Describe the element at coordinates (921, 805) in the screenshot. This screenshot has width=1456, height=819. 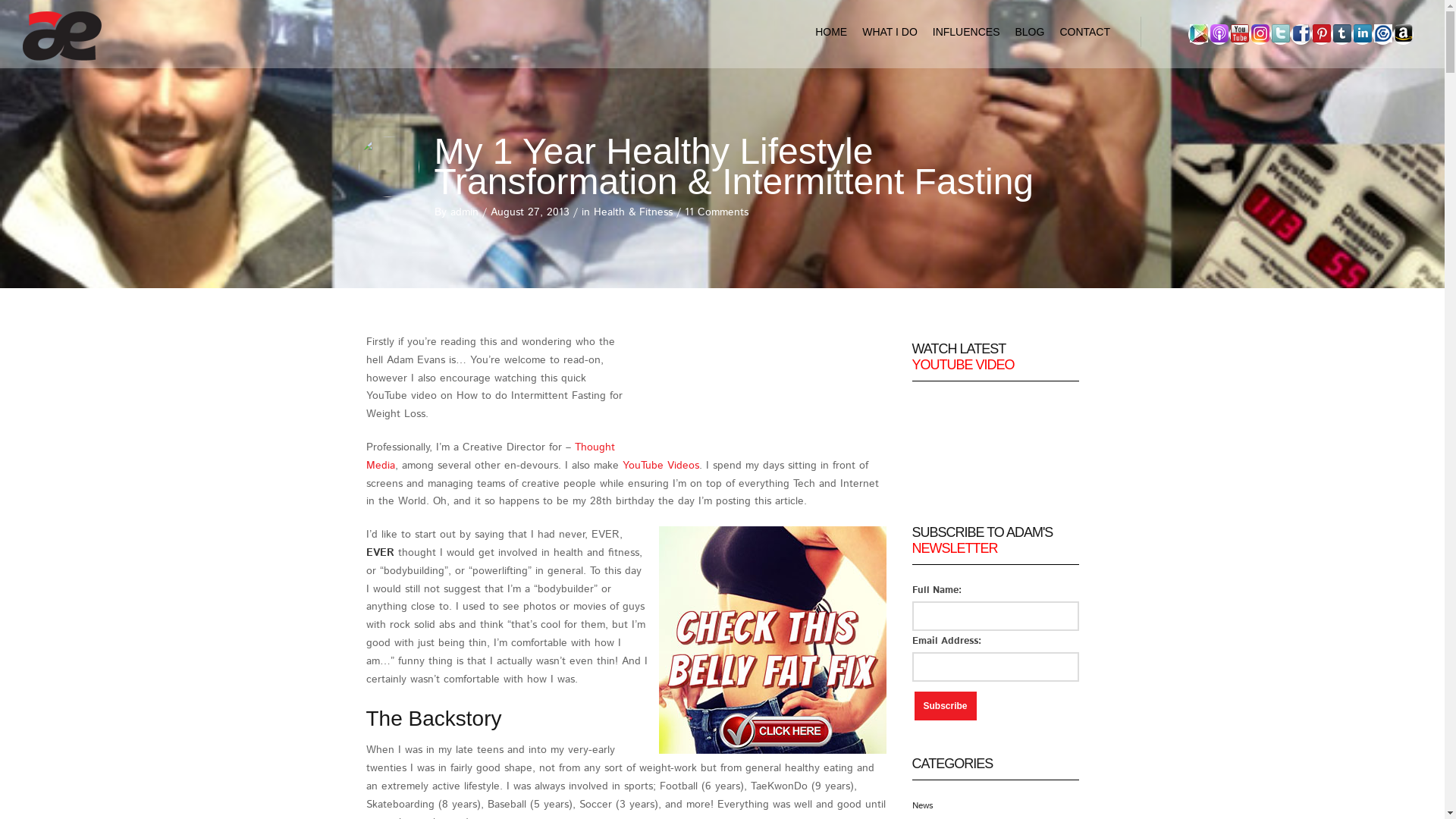
I see `'News'` at that location.